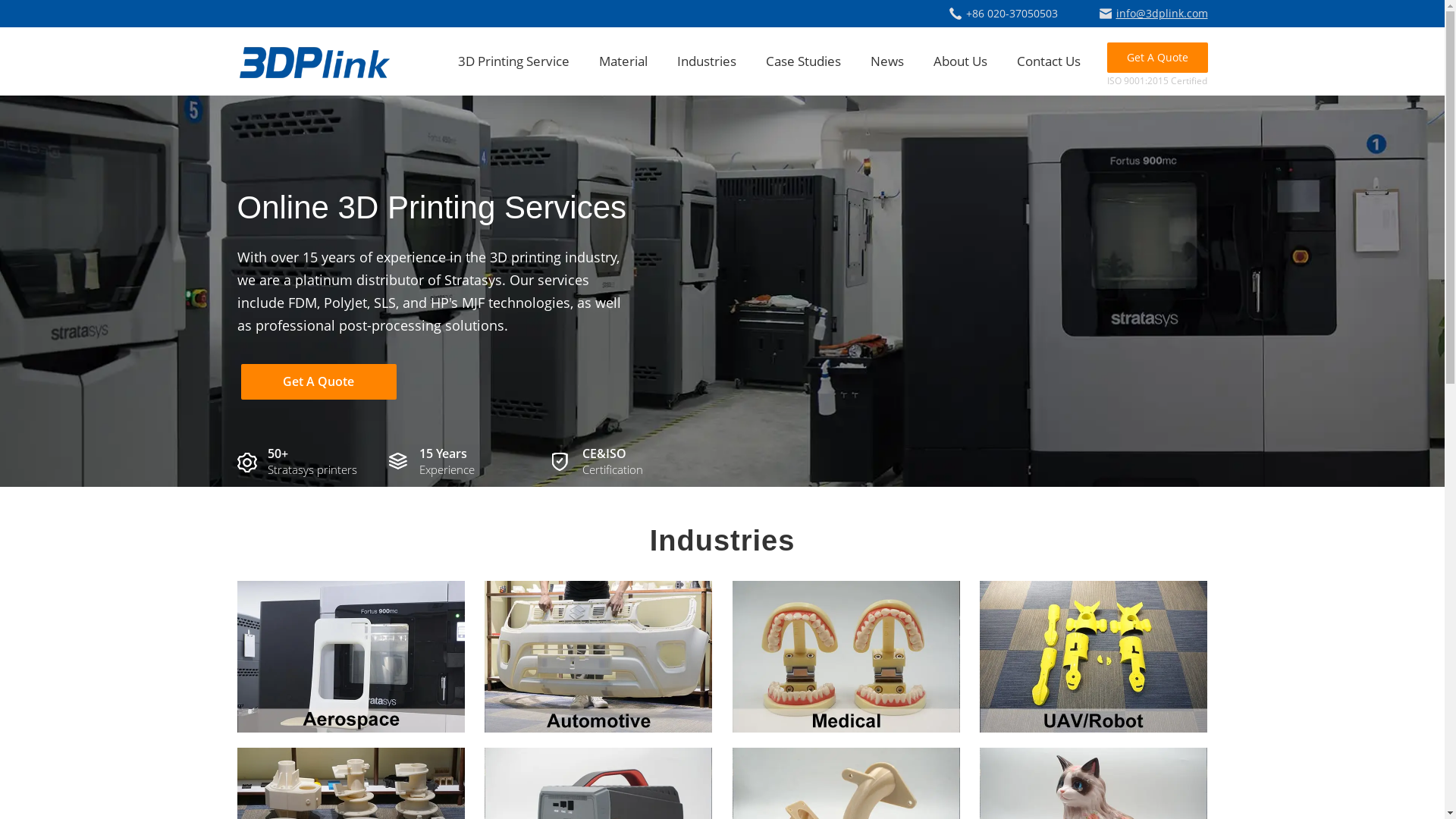 Image resolution: width=1456 pixels, height=819 pixels. What do you see at coordinates (802, 60) in the screenshot?
I see `'Case Studies'` at bounding box center [802, 60].